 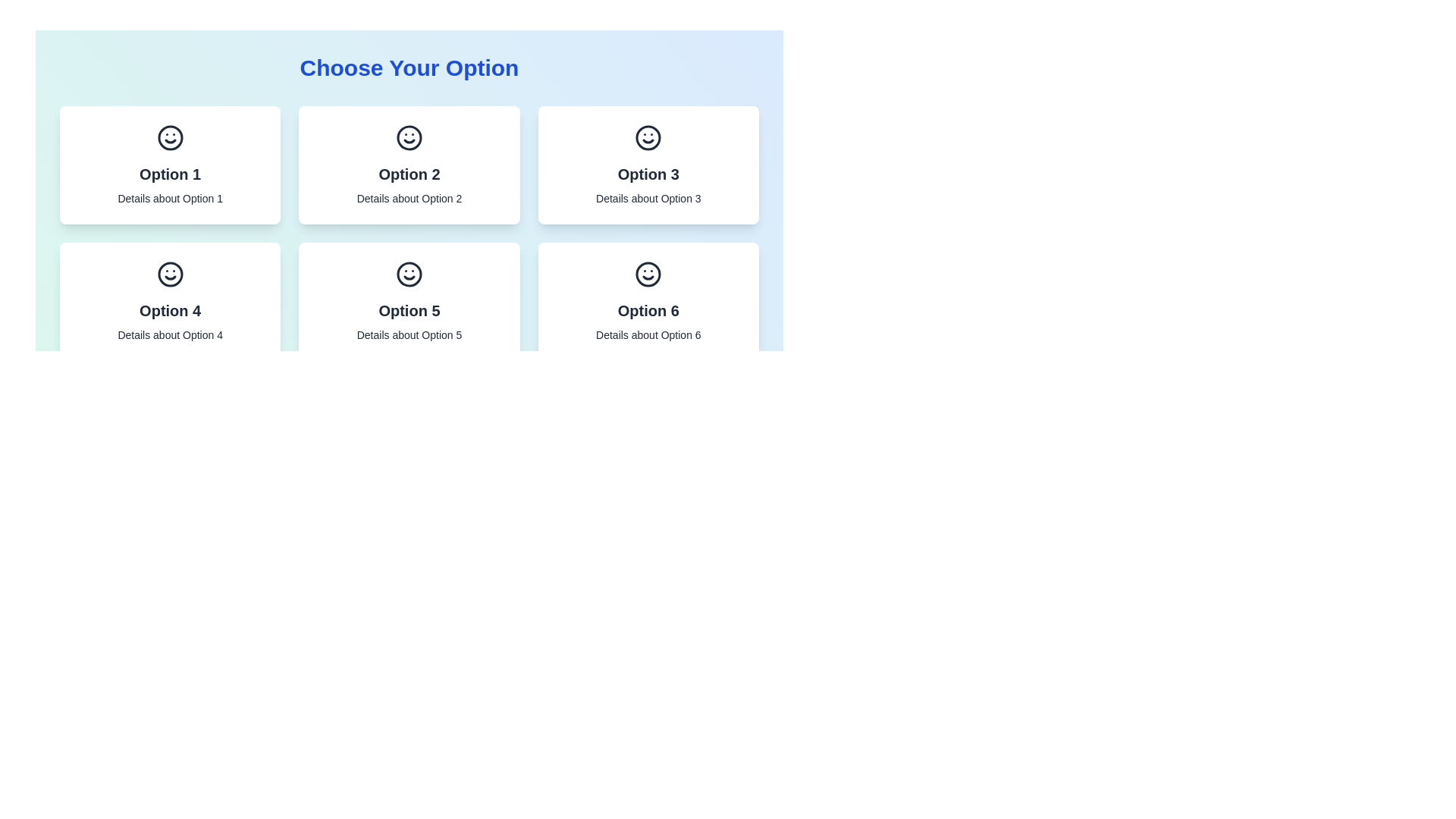 I want to click on the decorative icon that visually identifies the 'Option 5' section, located in the bottom-center row of the interface, above the 'Option 5' title and description, so click(x=409, y=275).